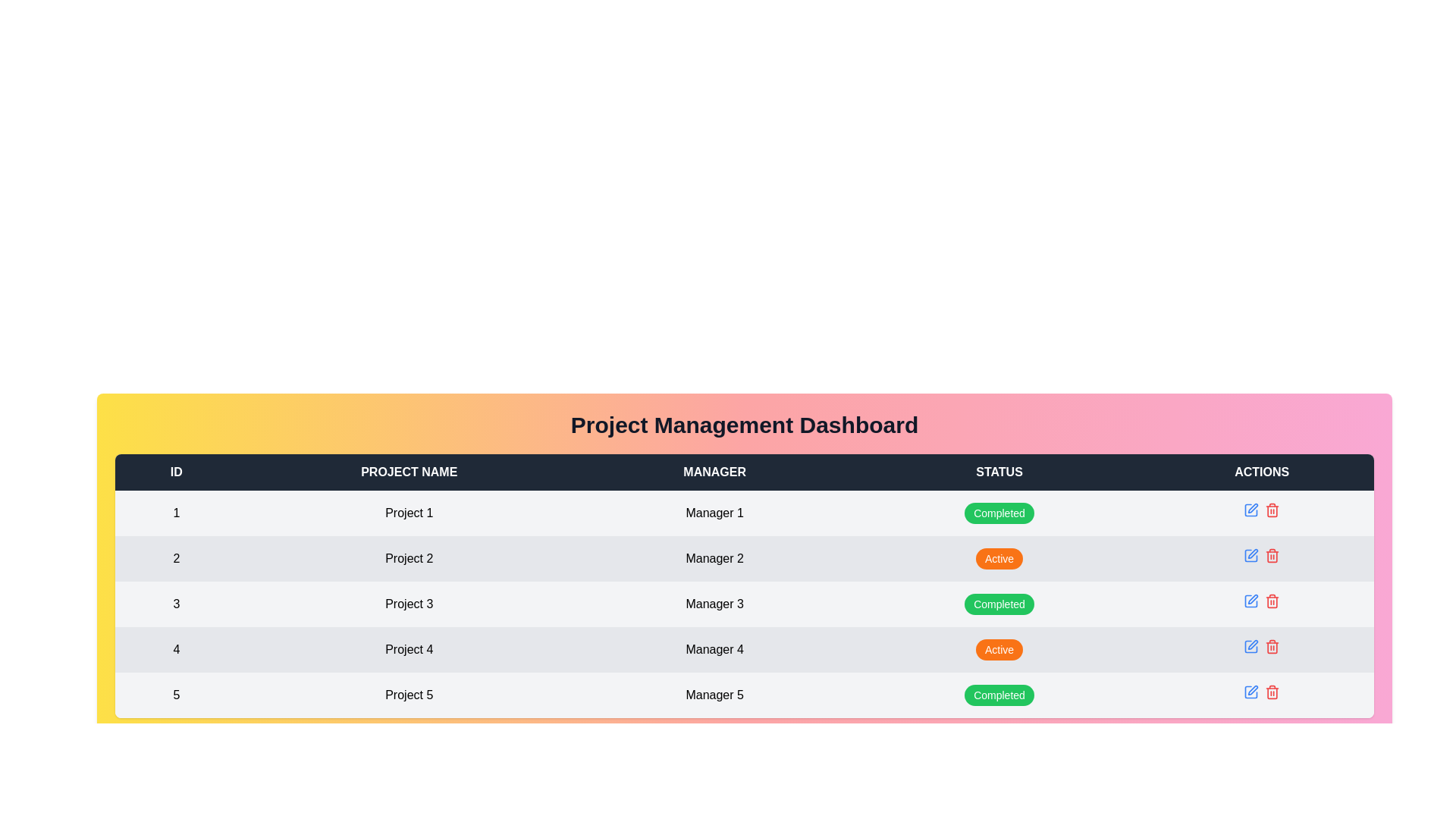  What do you see at coordinates (1272, 601) in the screenshot?
I see `the red trash bin icon button located in the 'Actions' column of the third row in the project table for accessibility purposes` at bounding box center [1272, 601].